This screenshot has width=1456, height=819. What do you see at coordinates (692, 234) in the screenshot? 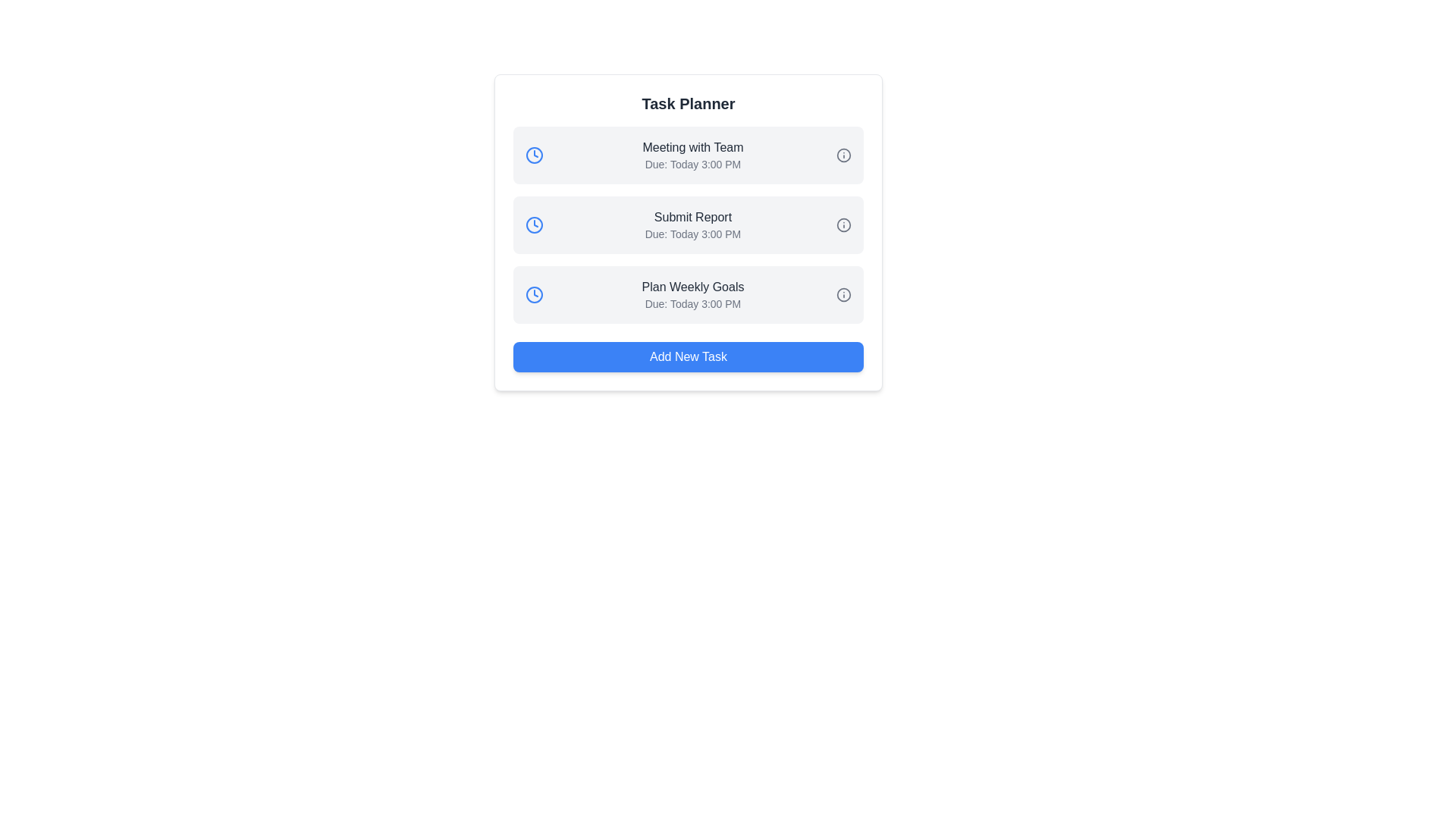
I see `the static text label reading 'Due: Today 3:00 PM', which is located directly below the 'Submit Report' heading in the second task panel` at bounding box center [692, 234].